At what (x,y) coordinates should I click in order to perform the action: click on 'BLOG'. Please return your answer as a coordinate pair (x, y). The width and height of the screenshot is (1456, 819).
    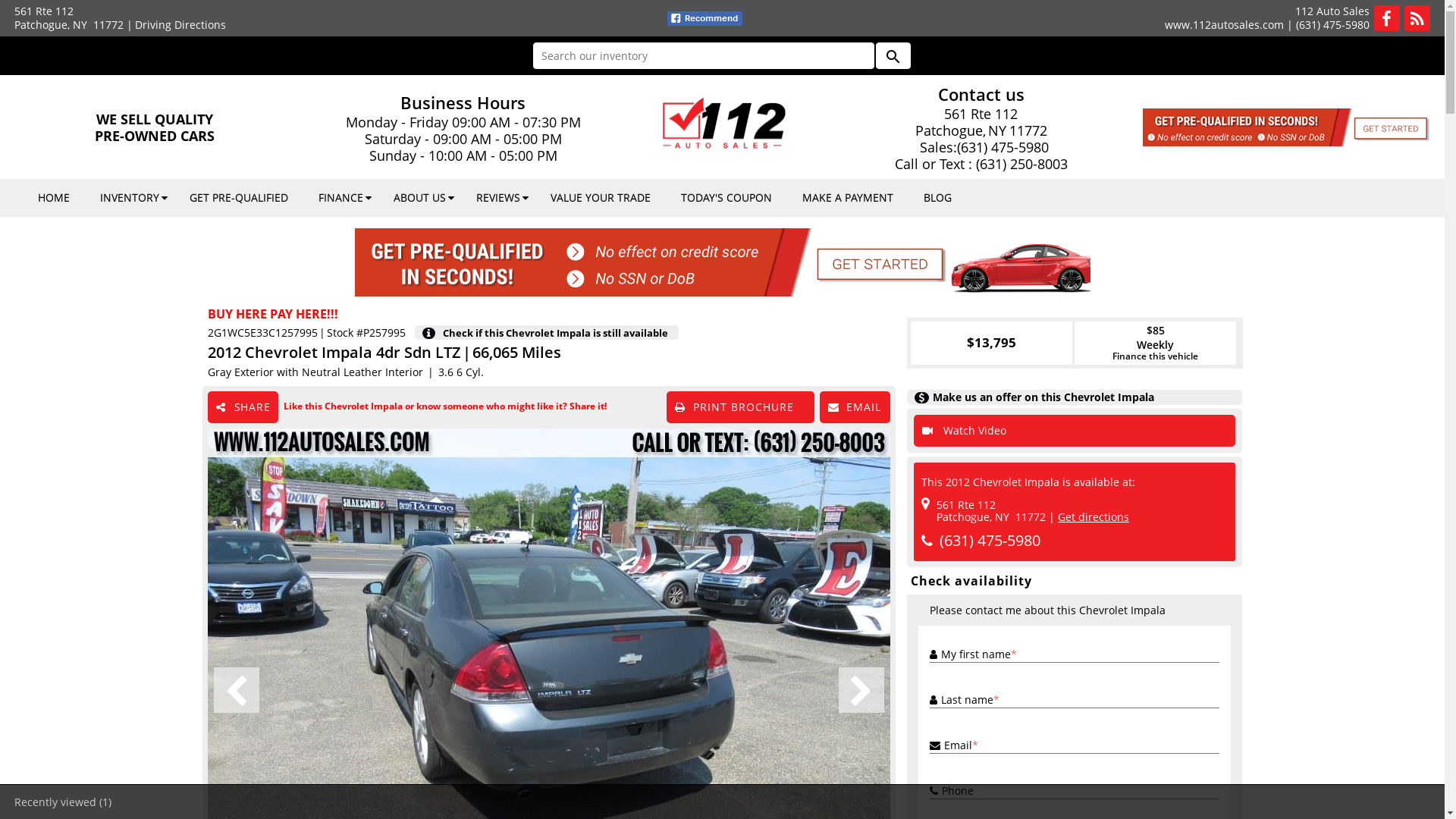
    Looking at the image, I should click on (937, 197).